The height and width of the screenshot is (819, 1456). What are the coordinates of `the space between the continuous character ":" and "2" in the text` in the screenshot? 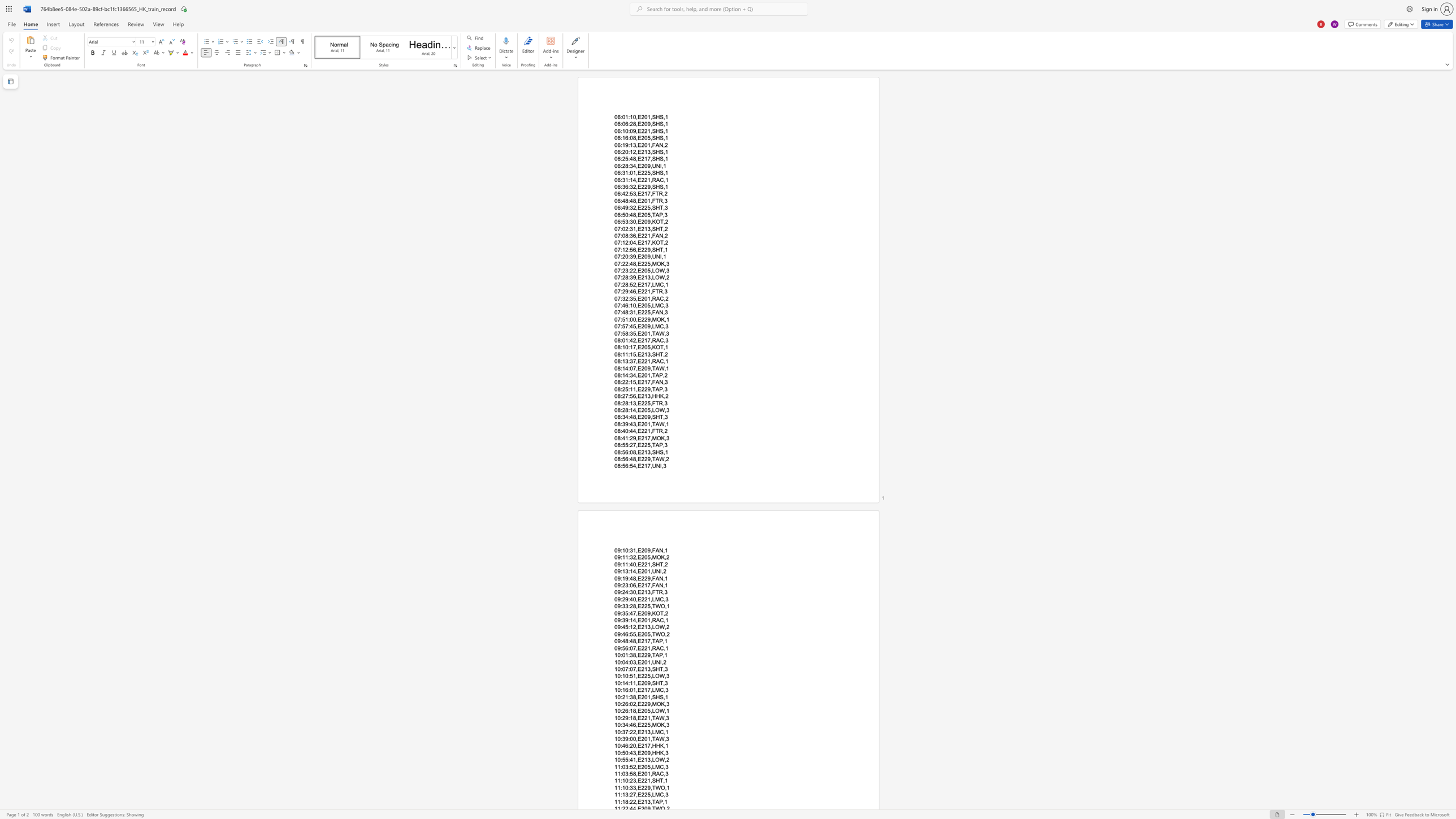 It's located at (630, 437).